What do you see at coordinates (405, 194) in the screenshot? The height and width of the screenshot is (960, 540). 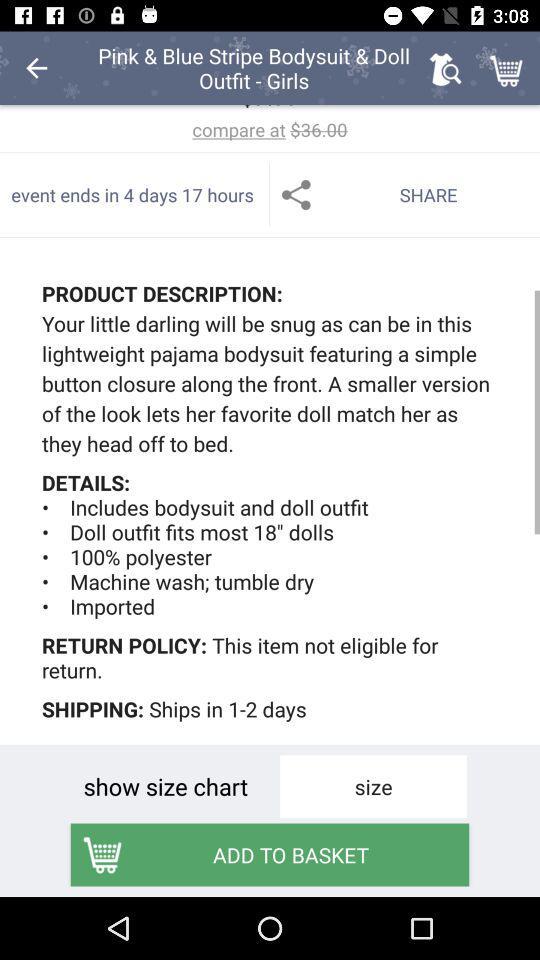 I see `share` at bounding box center [405, 194].